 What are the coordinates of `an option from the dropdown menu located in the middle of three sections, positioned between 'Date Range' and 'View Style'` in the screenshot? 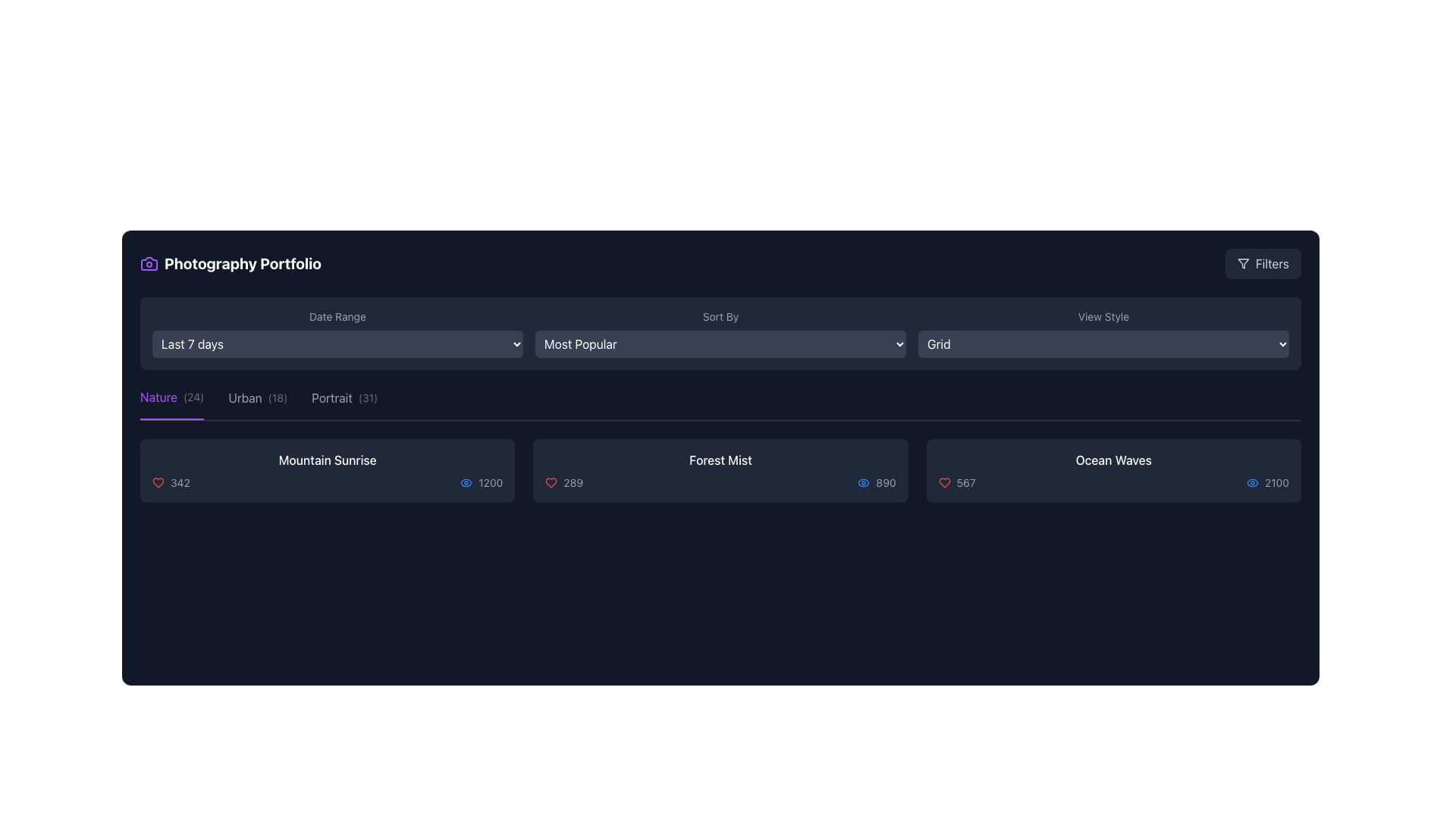 It's located at (720, 332).